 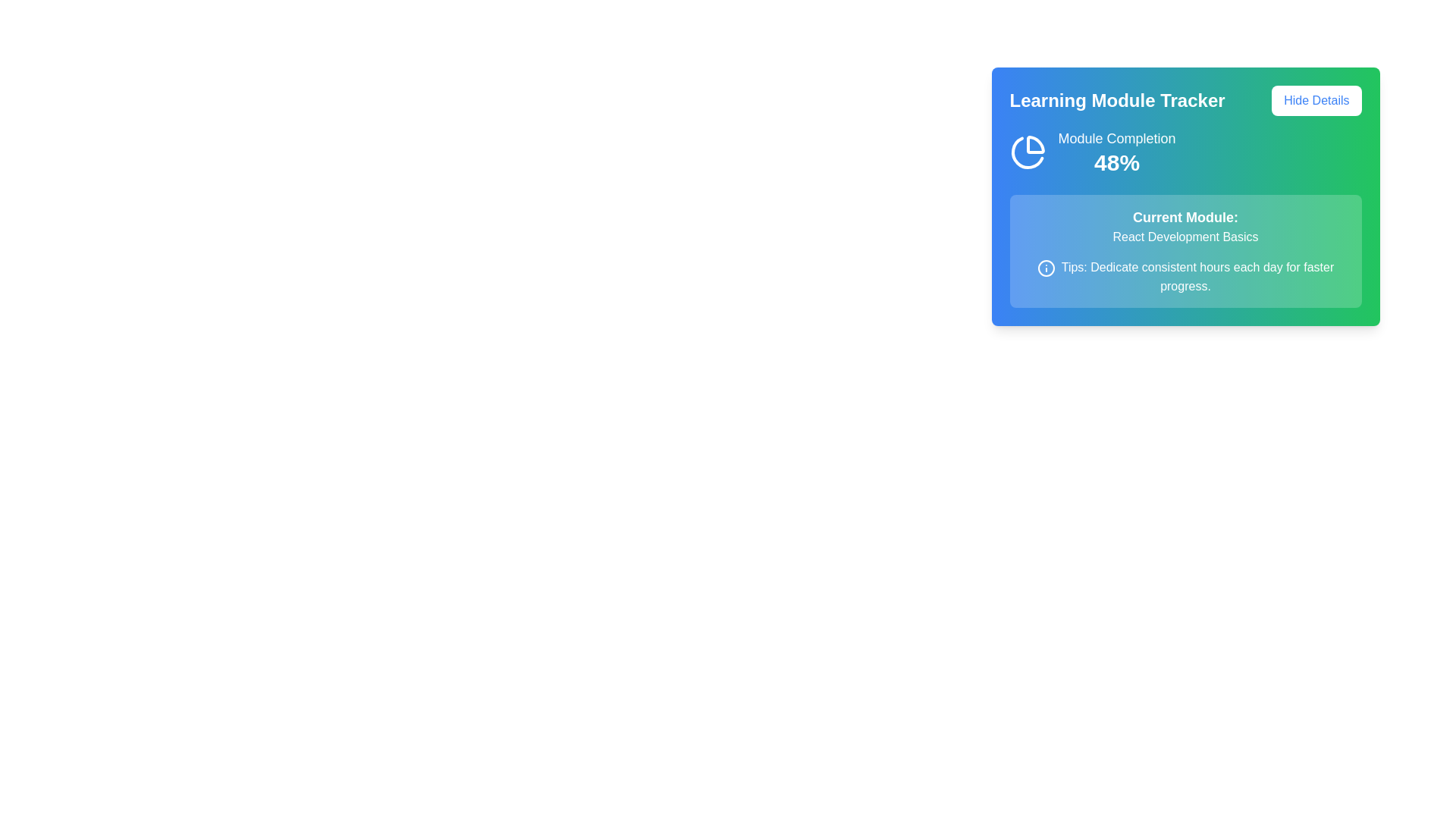 I want to click on the icon that indicates additional information, positioned to the left of the text 'Tips: Dedicate consistent hours each day for faster progress.', so click(x=1045, y=267).